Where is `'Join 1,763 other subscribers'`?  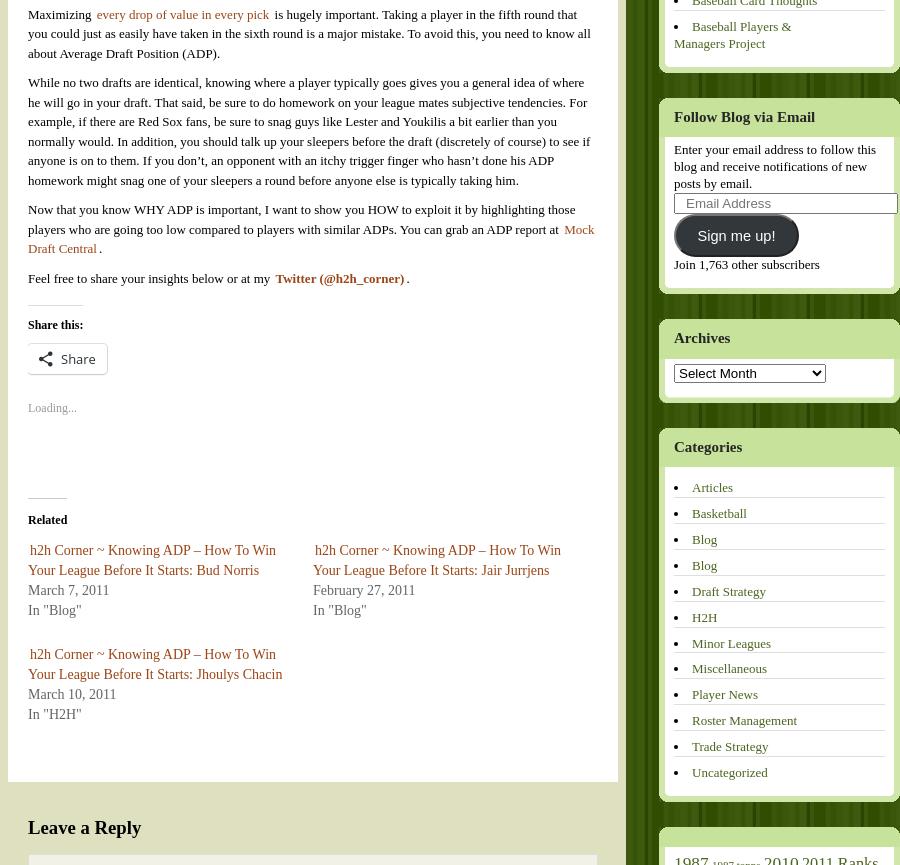 'Join 1,763 other subscribers' is located at coordinates (674, 263).